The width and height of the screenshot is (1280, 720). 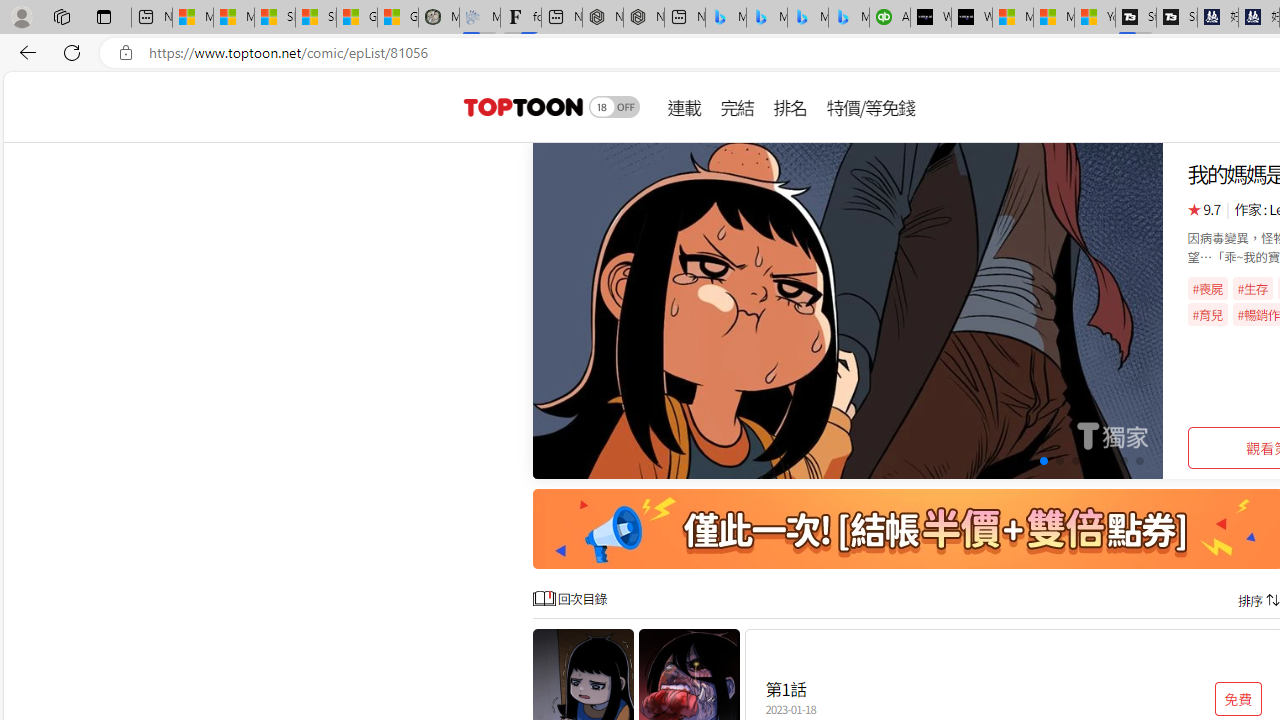 What do you see at coordinates (643, 17) in the screenshot?
I see `'Nordace - #1 Japanese Best-Seller - Siena Smart Backpack'` at bounding box center [643, 17].